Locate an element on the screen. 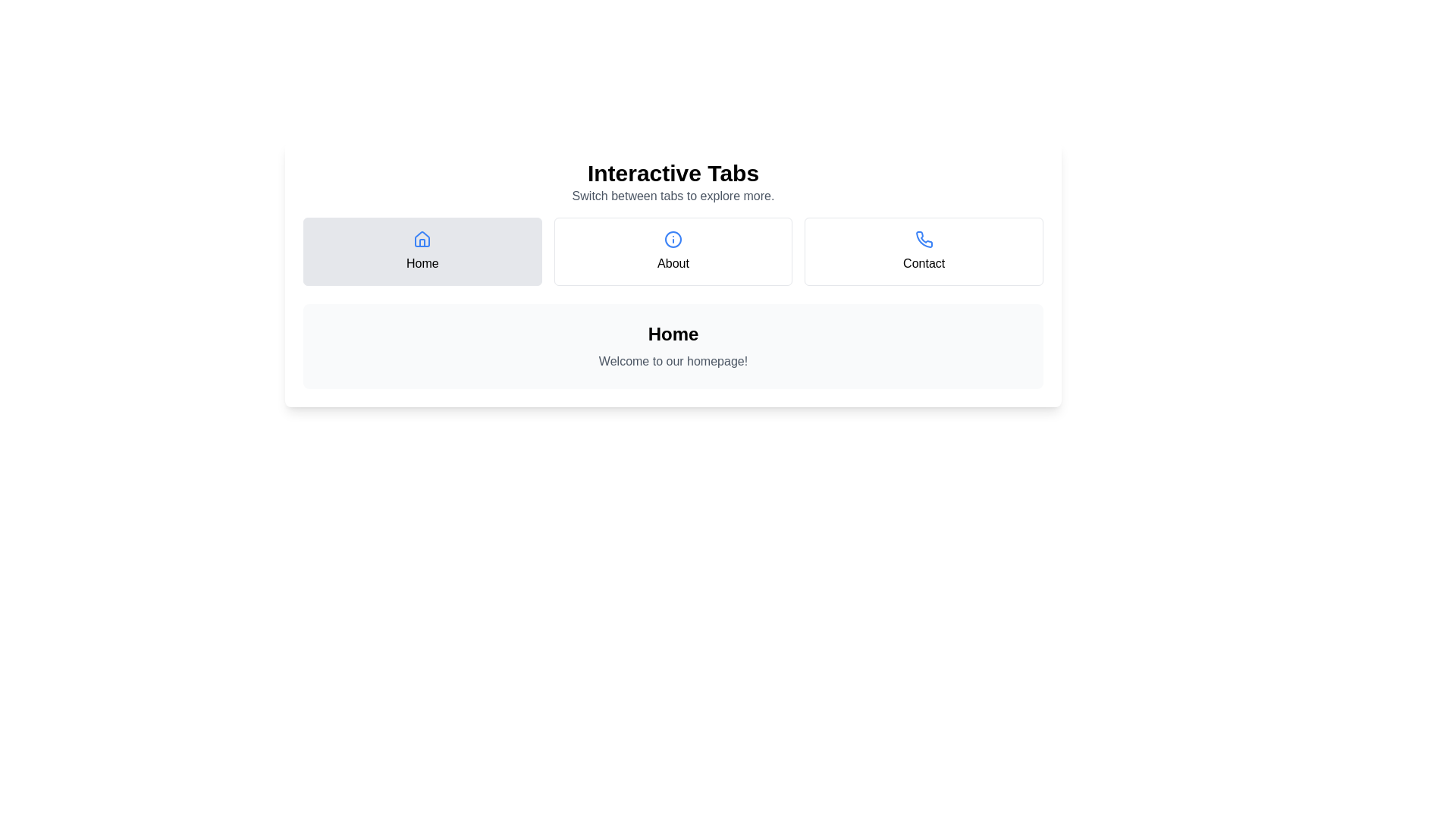  the Contact tab to observe its visual feedback is located at coordinates (923, 250).